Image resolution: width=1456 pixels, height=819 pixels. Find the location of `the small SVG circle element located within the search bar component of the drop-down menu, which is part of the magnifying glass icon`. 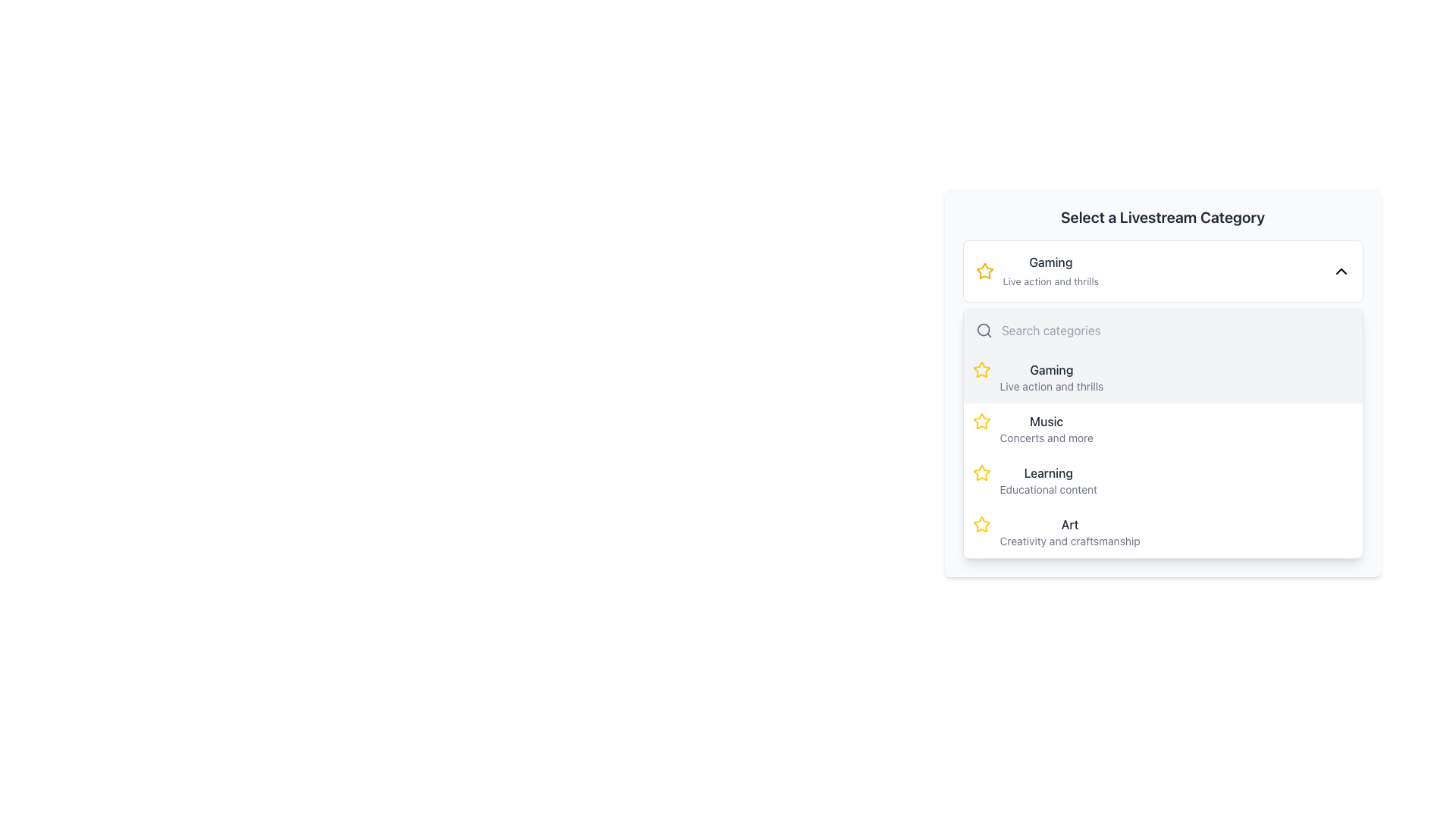

the small SVG circle element located within the search bar component of the drop-down menu, which is part of the magnifying glass icon is located at coordinates (983, 329).